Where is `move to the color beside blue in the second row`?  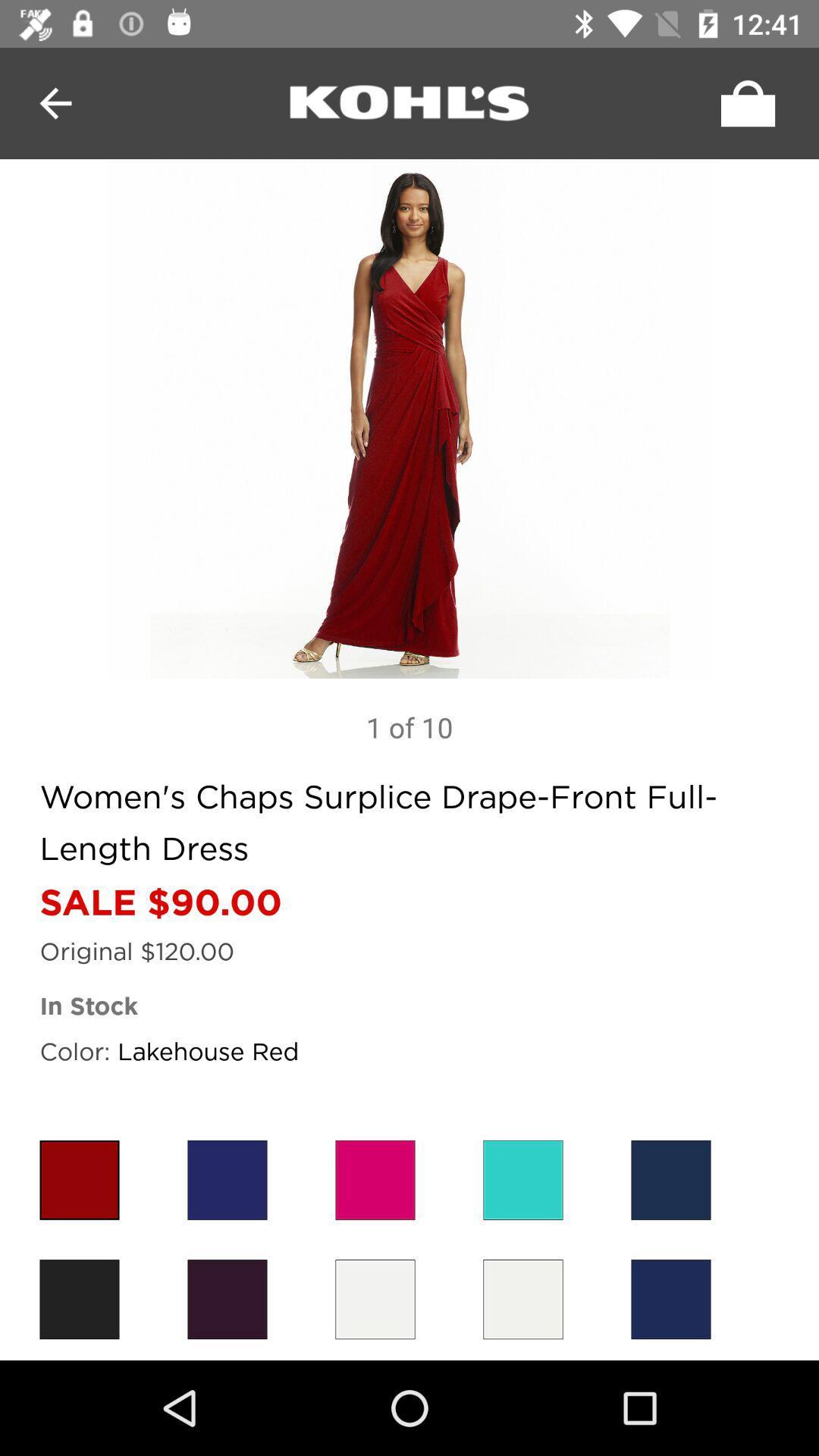 move to the color beside blue in the second row is located at coordinates (522, 1298).